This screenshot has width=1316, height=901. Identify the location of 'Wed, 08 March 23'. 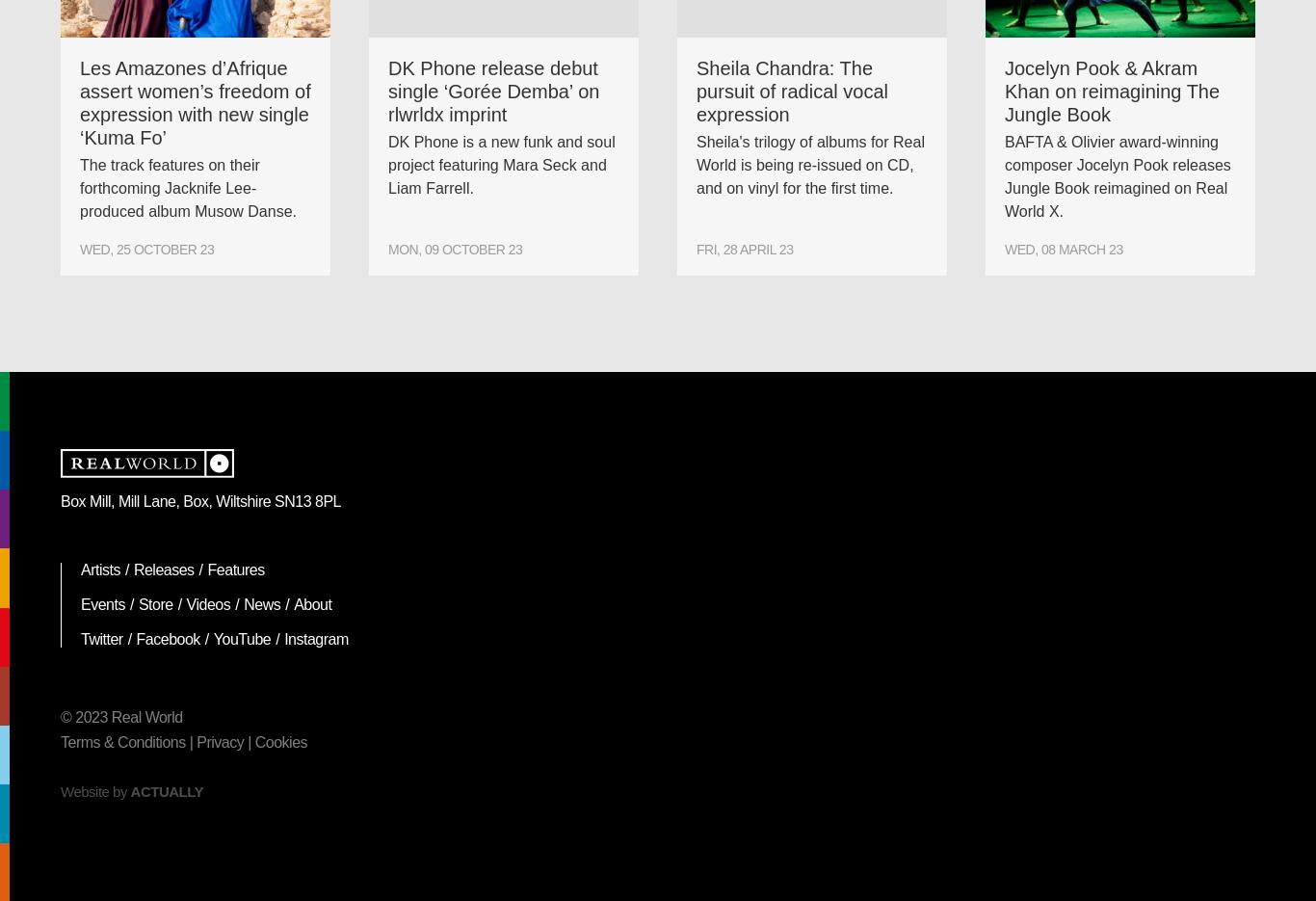
(1063, 248).